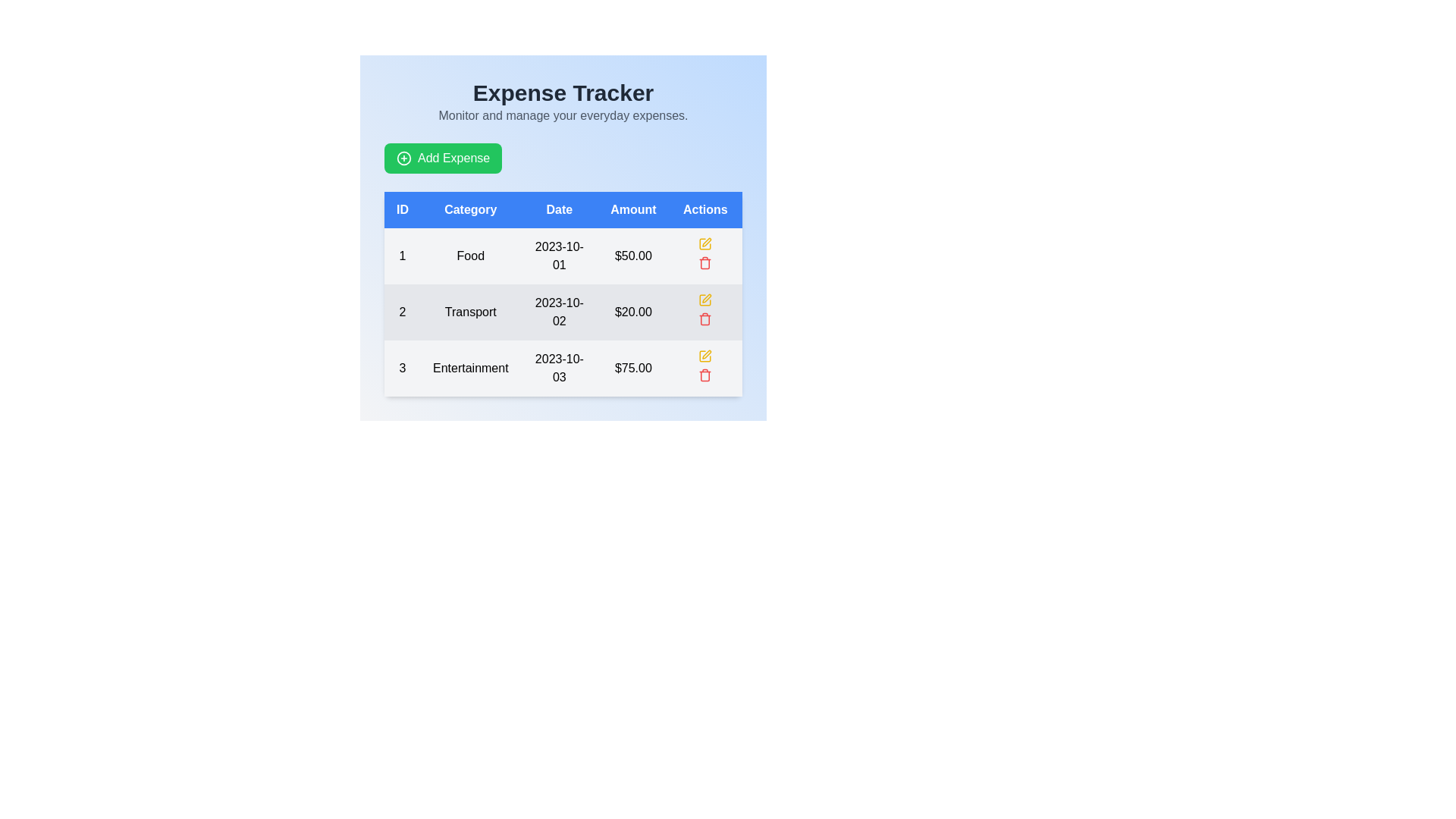 The image size is (1456, 819). What do you see at coordinates (558, 369) in the screenshot?
I see `the Text label displaying the date '2023-10-03' in the third row of the table under the 'Date' column` at bounding box center [558, 369].